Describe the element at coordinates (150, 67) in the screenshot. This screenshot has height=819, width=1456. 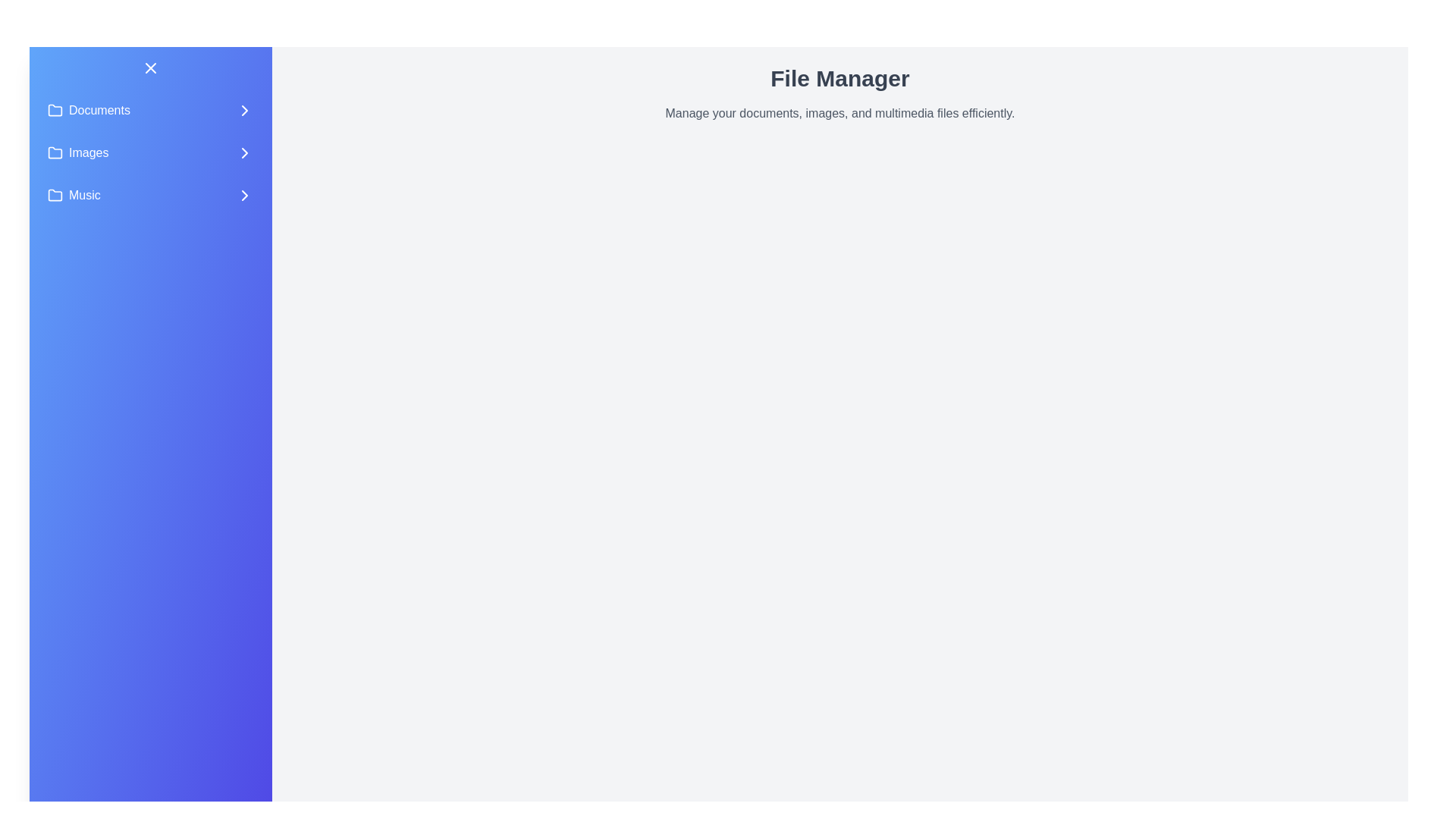
I see `the toggle button located at the top-left corner of the drawer to toggle its open/close state` at that location.